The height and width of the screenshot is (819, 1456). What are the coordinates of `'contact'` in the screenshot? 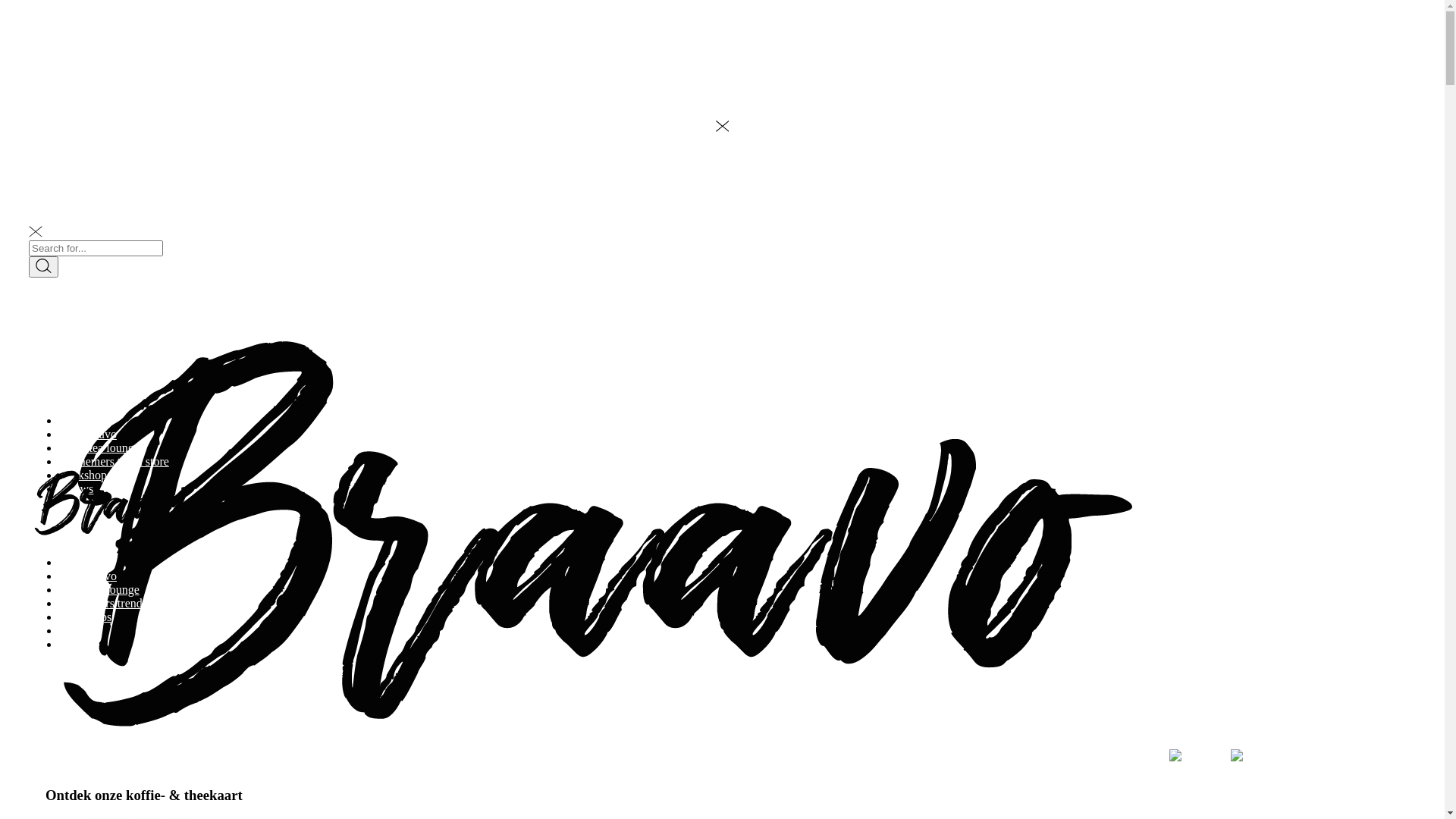 It's located at (75, 502).